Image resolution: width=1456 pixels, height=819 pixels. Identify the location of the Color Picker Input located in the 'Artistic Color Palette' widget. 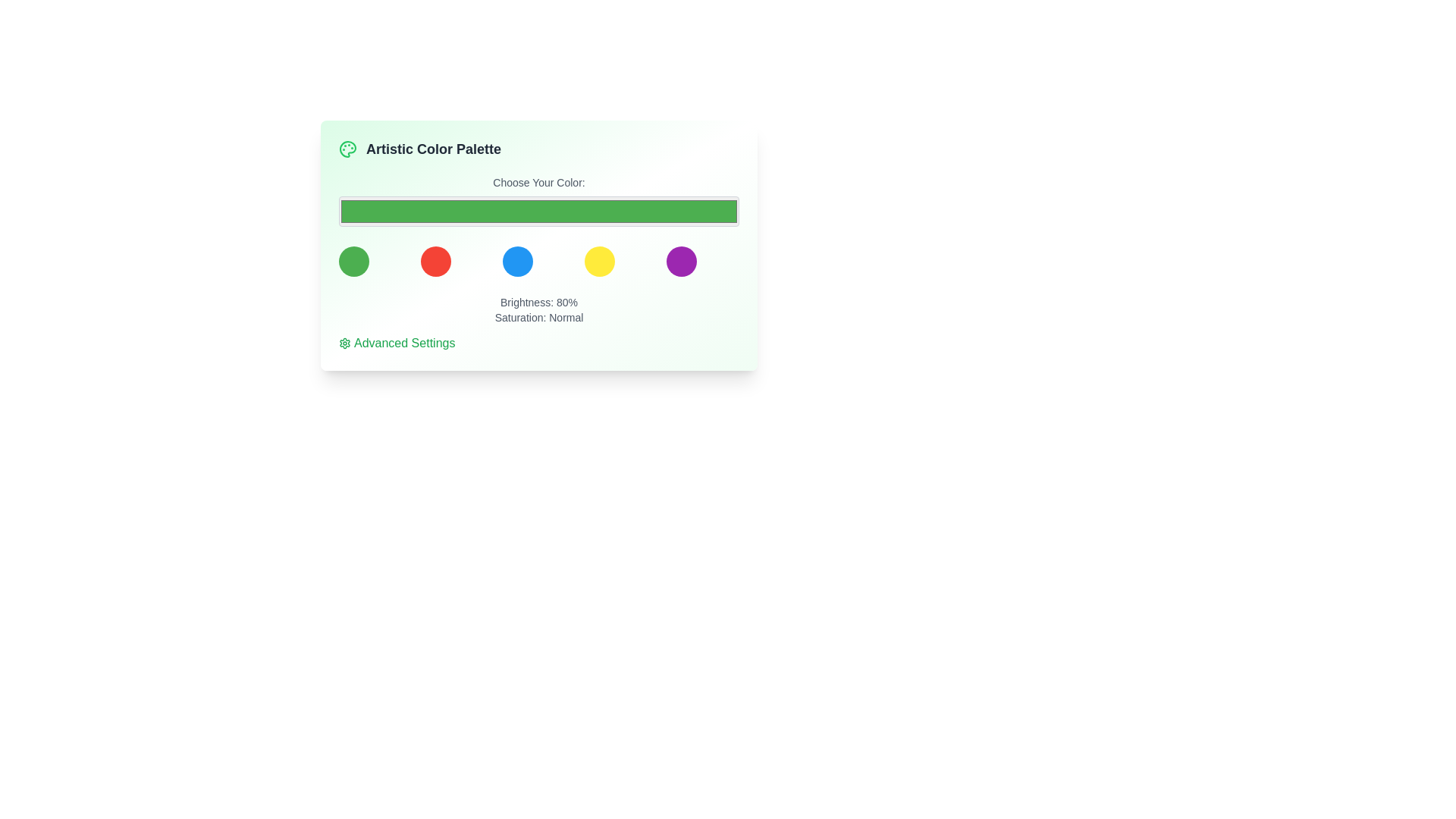
(538, 201).